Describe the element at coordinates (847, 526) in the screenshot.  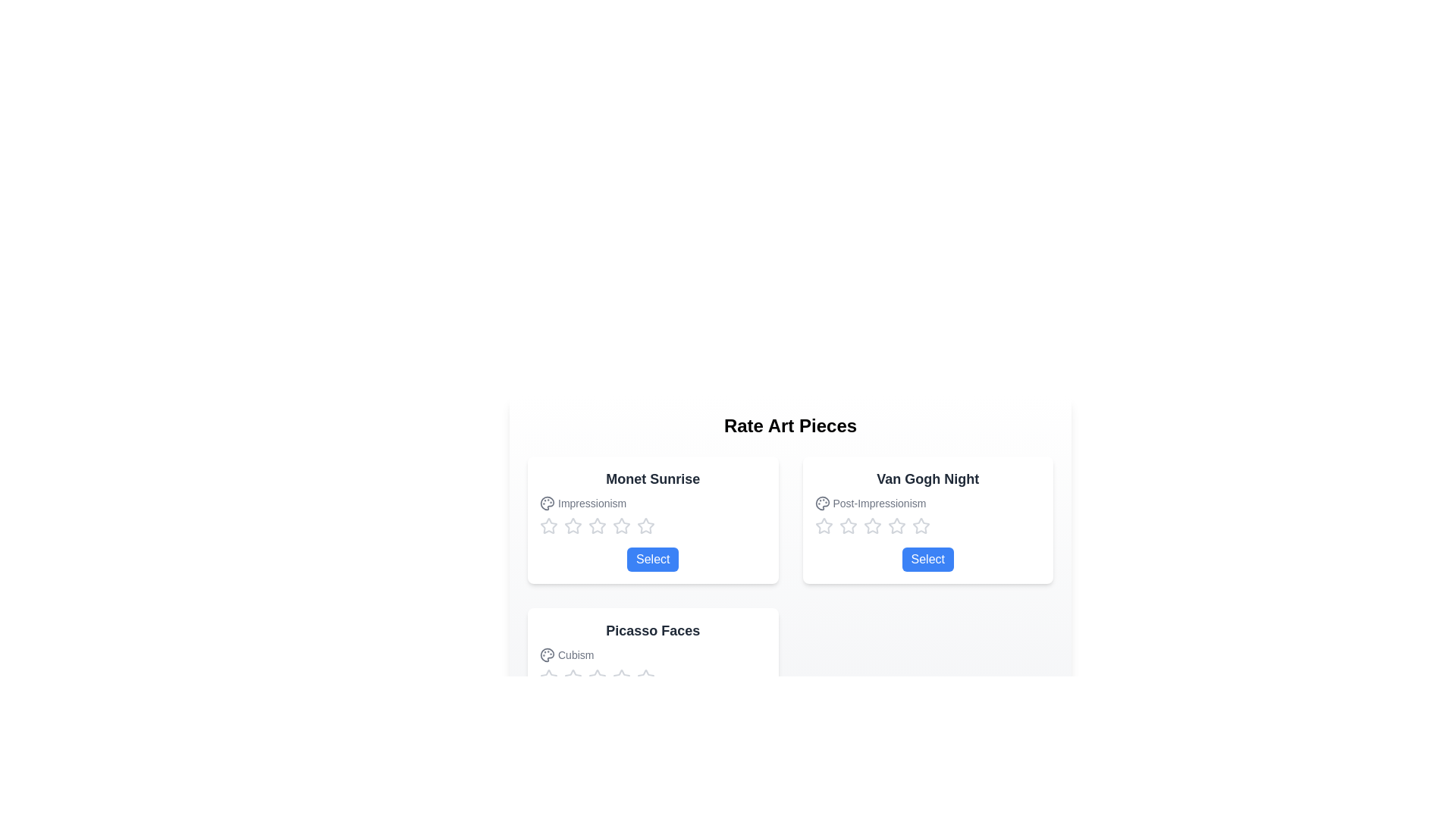
I see `the second star icon in the 'Van Gogh Night' section under 'Post-Impressionism' to rate it` at that location.